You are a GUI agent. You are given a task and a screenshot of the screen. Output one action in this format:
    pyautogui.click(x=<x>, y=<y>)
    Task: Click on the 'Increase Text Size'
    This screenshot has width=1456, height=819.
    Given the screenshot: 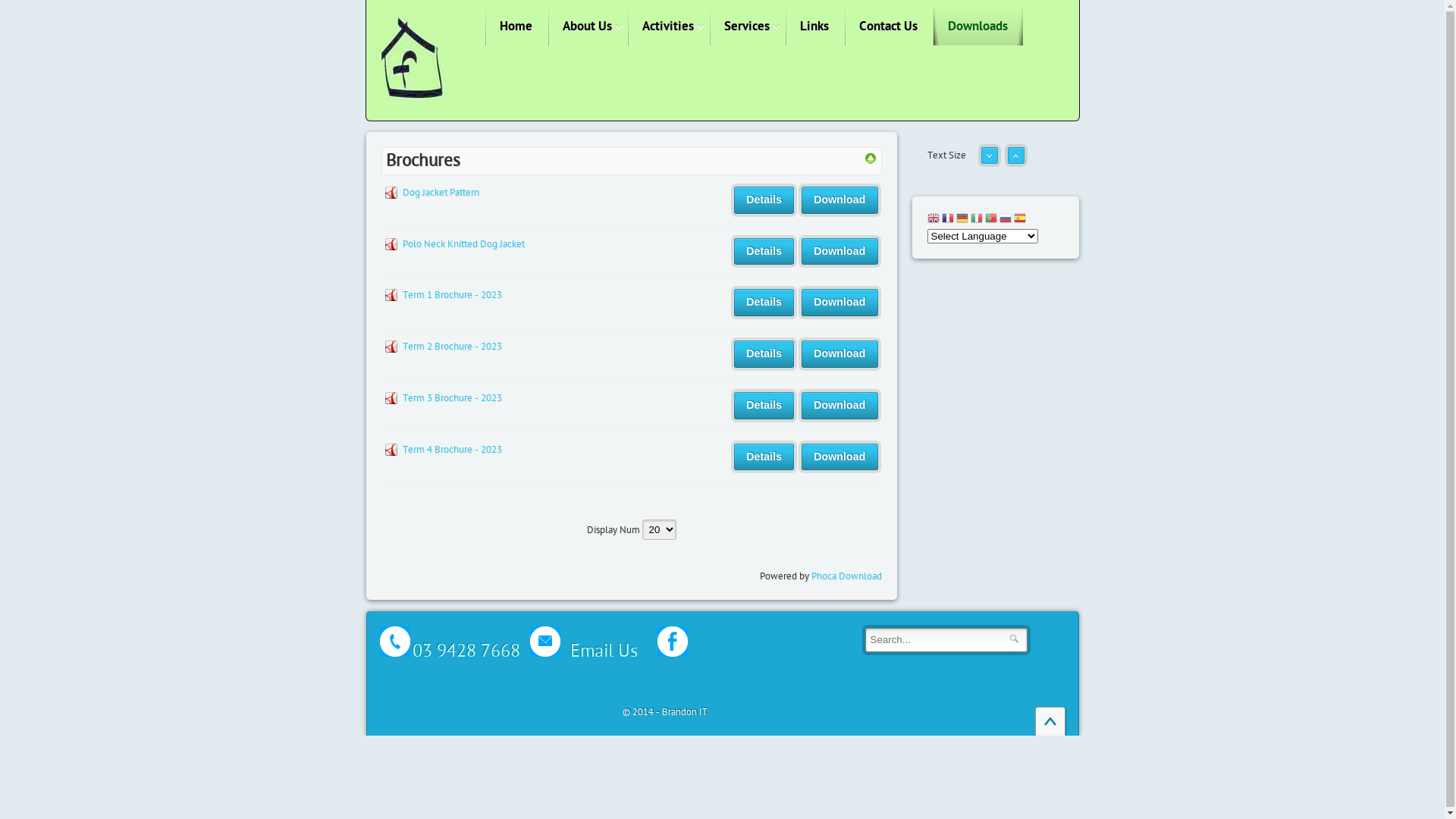 What is the action you would take?
    pyautogui.click(x=1015, y=161)
    